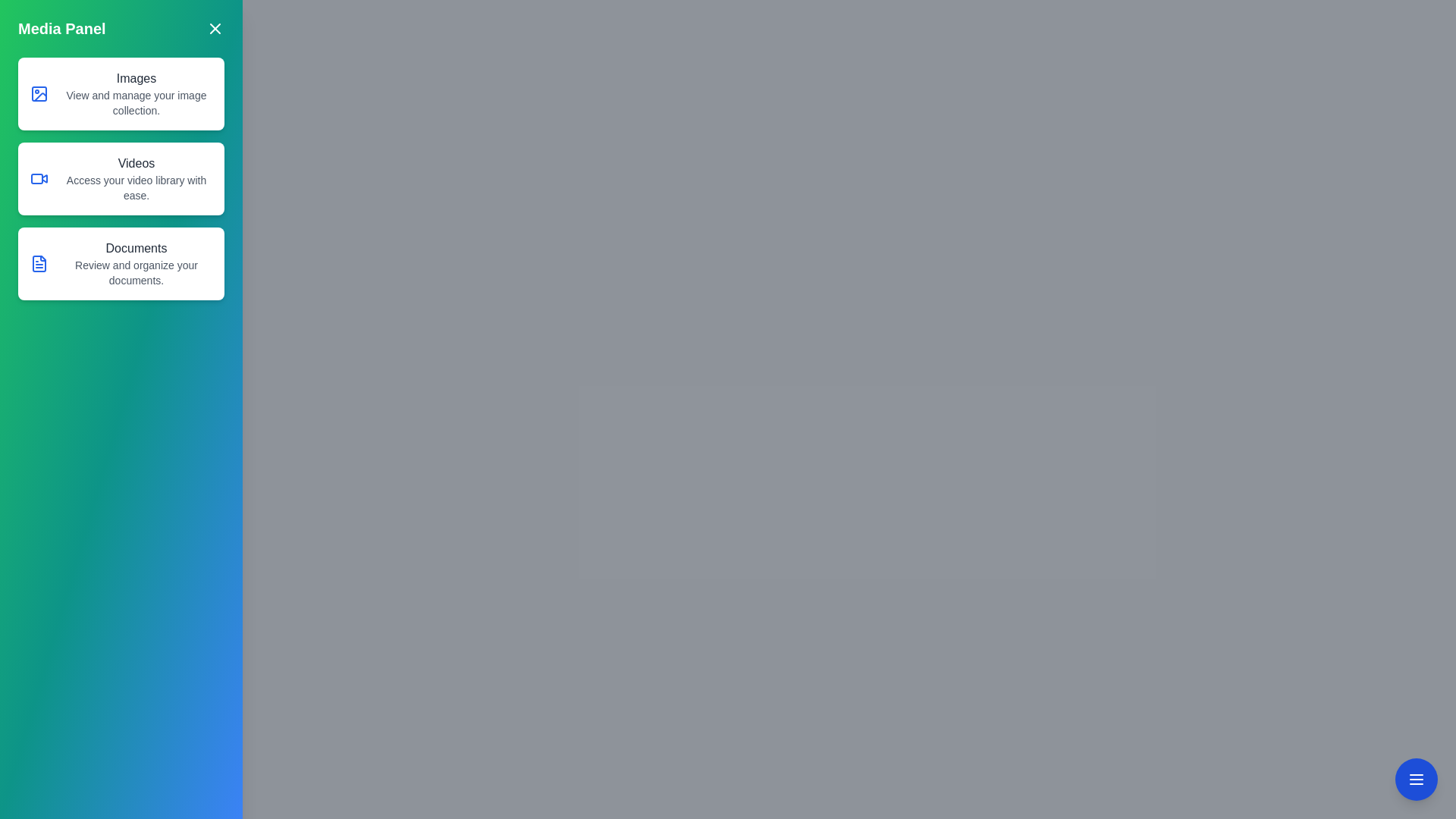 The width and height of the screenshot is (1456, 819). I want to click on the video camera icon located within the 'Videos' button in the 'Media Panel' for navigation, so click(36, 177).